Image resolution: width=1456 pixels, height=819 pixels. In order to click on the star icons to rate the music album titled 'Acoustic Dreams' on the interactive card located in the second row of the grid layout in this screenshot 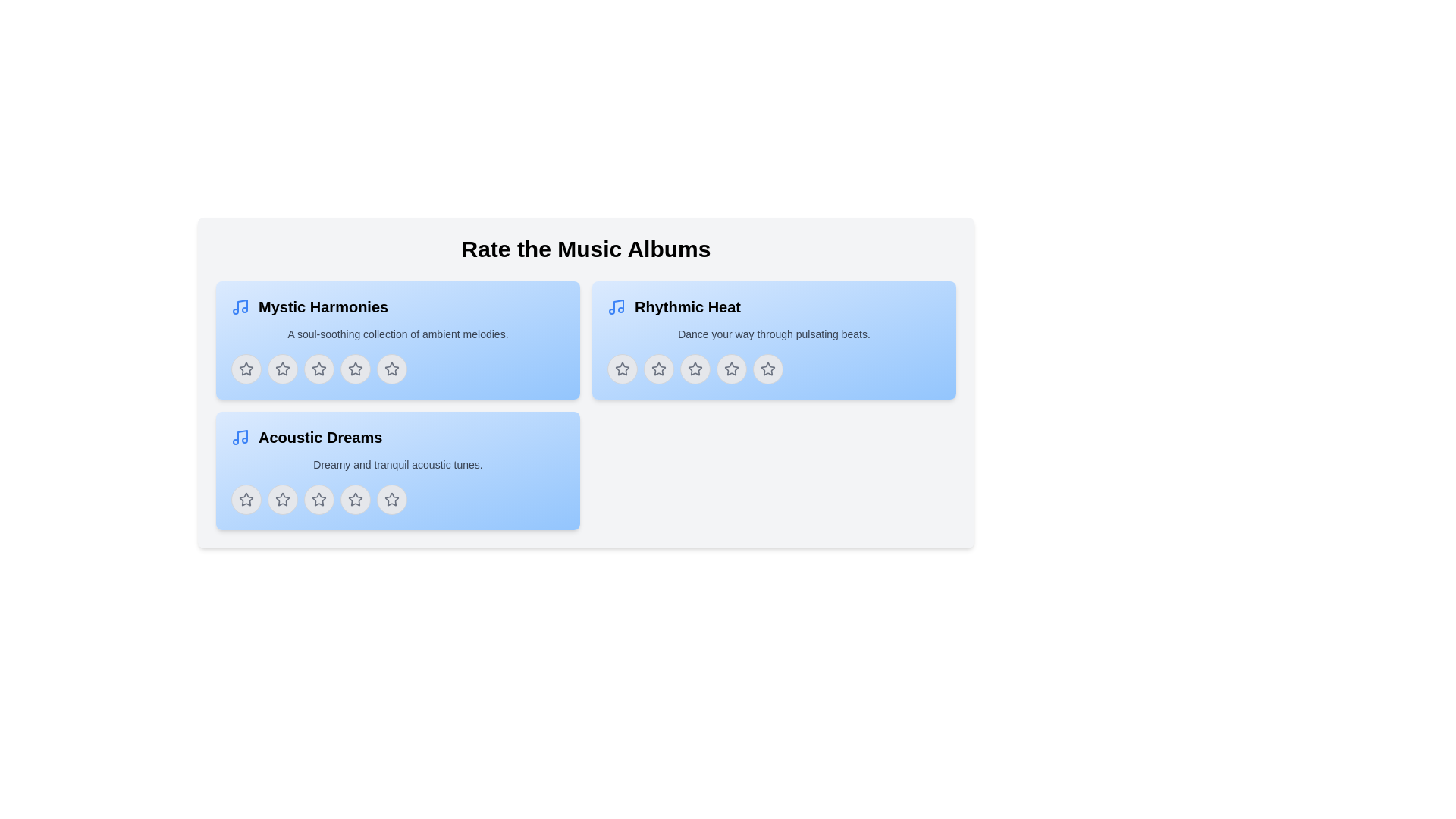, I will do `click(397, 470)`.